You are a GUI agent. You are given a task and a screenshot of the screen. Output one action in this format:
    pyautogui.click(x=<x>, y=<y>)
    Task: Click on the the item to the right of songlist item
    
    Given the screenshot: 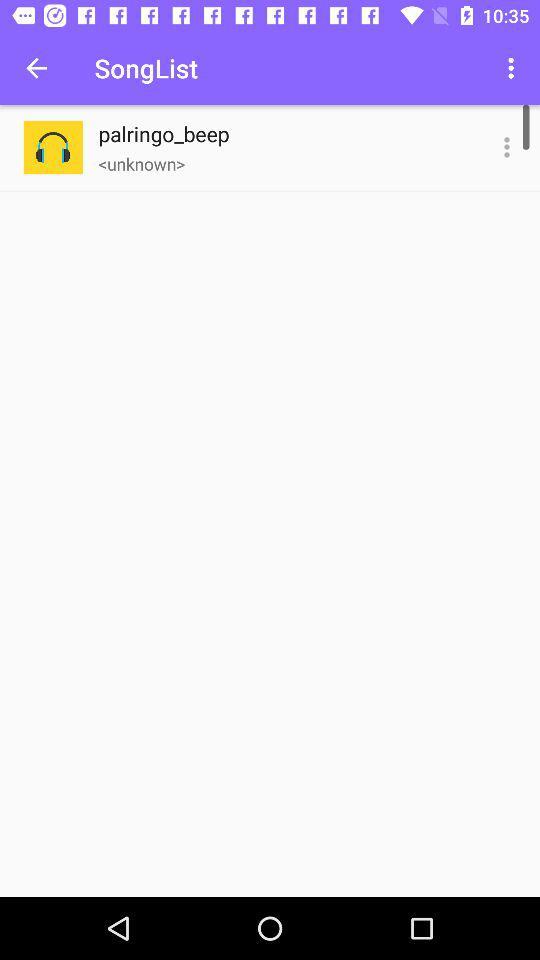 What is the action you would take?
    pyautogui.click(x=513, y=68)
    